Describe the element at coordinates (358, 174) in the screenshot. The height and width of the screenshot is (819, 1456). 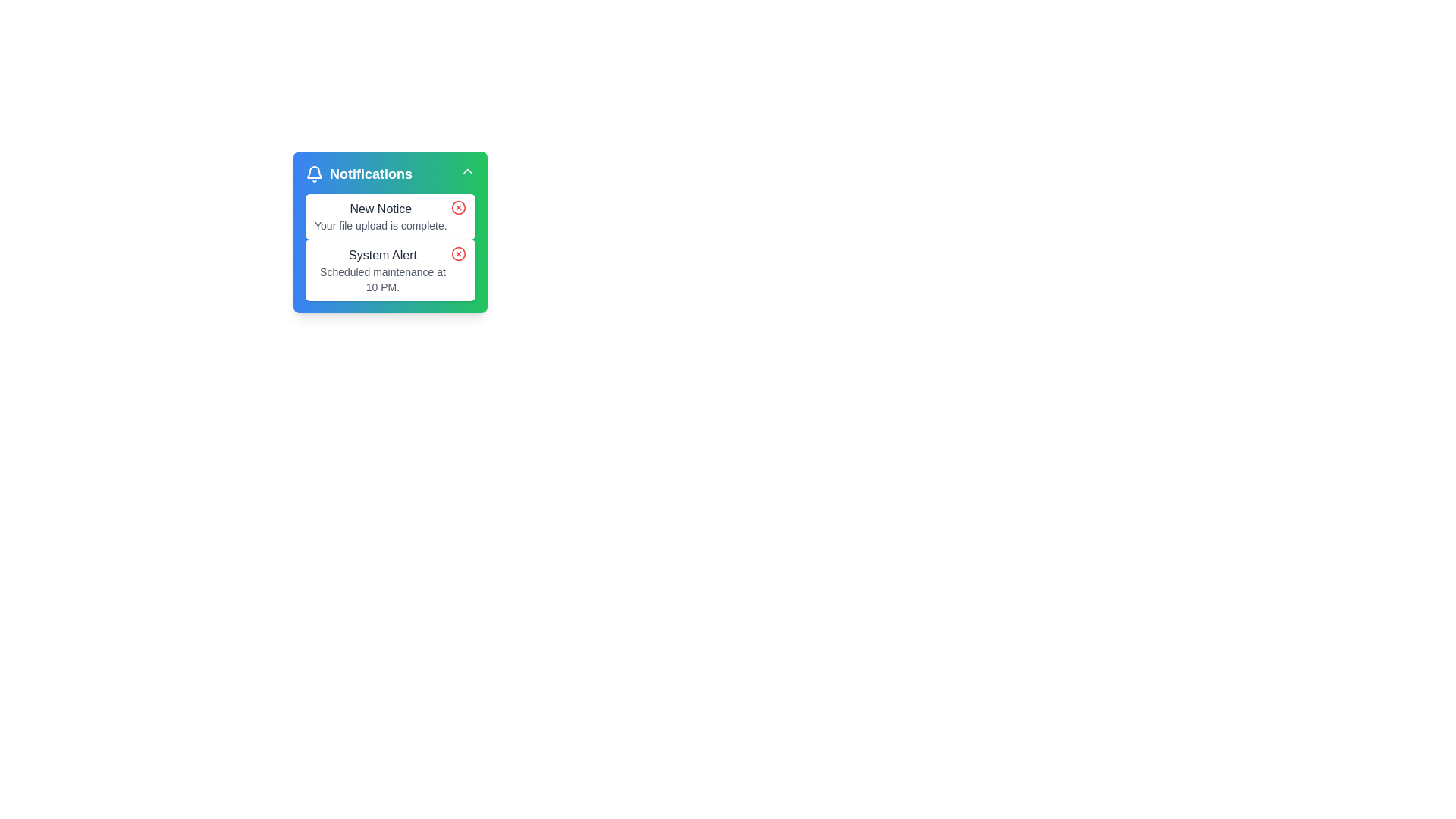
I see `the 'Notifications' label, which features a notification bell icon and white text on a gradient background from blue to green, located in the top-left section of the notification card` at that location.